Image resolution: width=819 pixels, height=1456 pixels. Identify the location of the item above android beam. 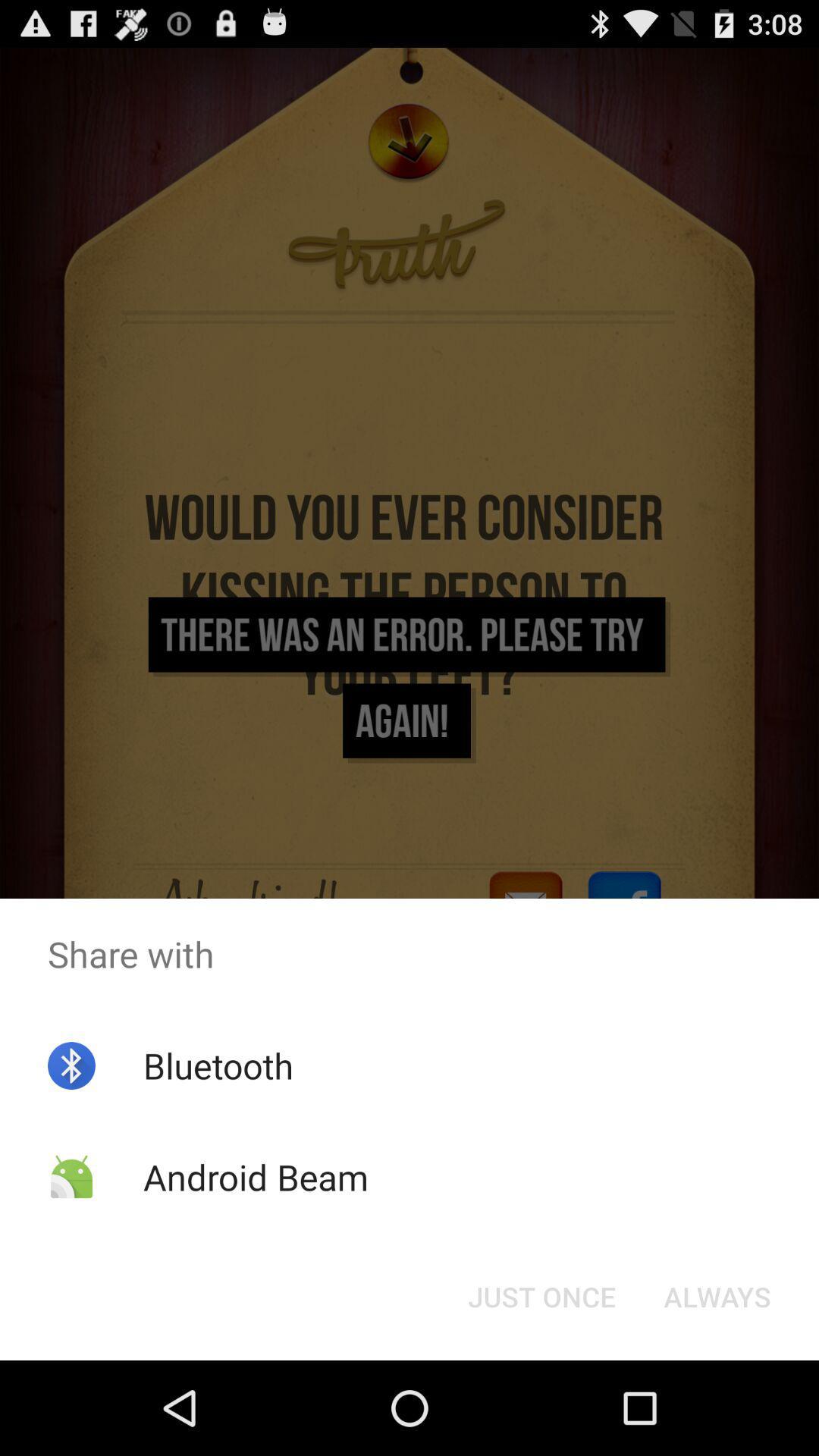
(218, 1065).